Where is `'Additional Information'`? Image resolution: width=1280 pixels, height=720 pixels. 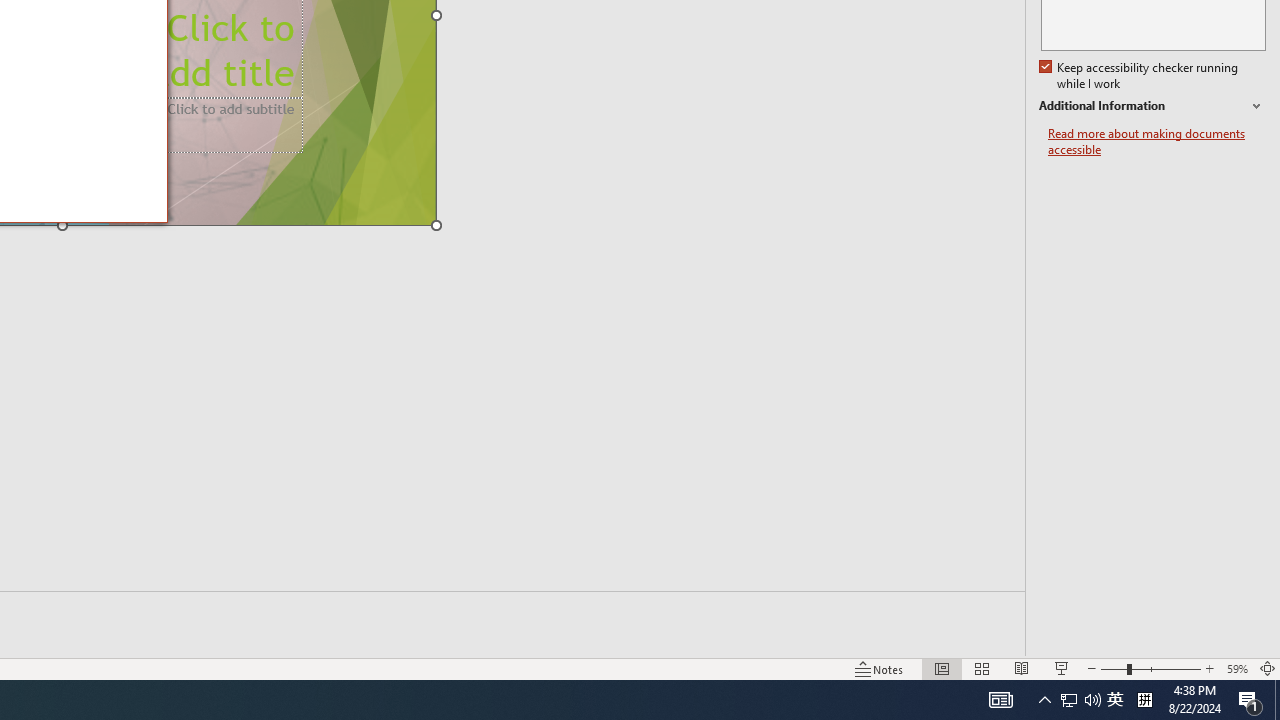
'Additional Information' is located at coordinates (1152, 106).